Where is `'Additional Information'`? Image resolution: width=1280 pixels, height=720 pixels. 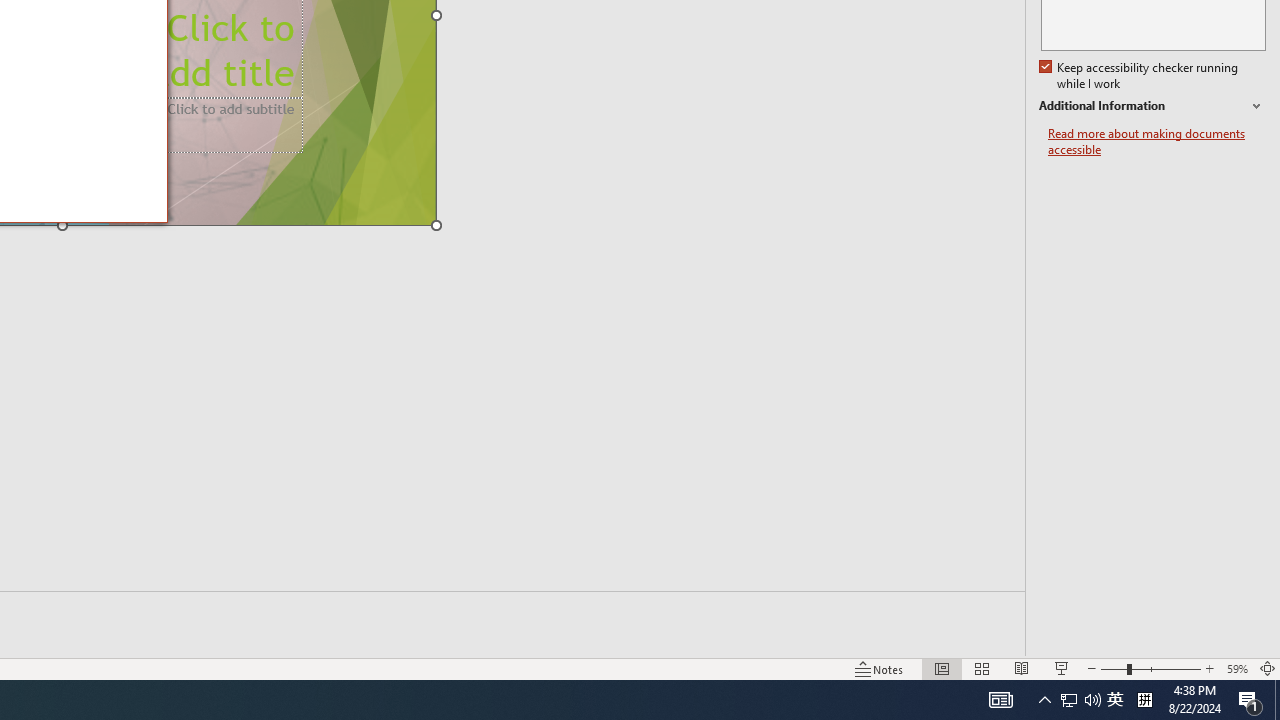
'Additional Information' is located at coordinates (1152, 106).